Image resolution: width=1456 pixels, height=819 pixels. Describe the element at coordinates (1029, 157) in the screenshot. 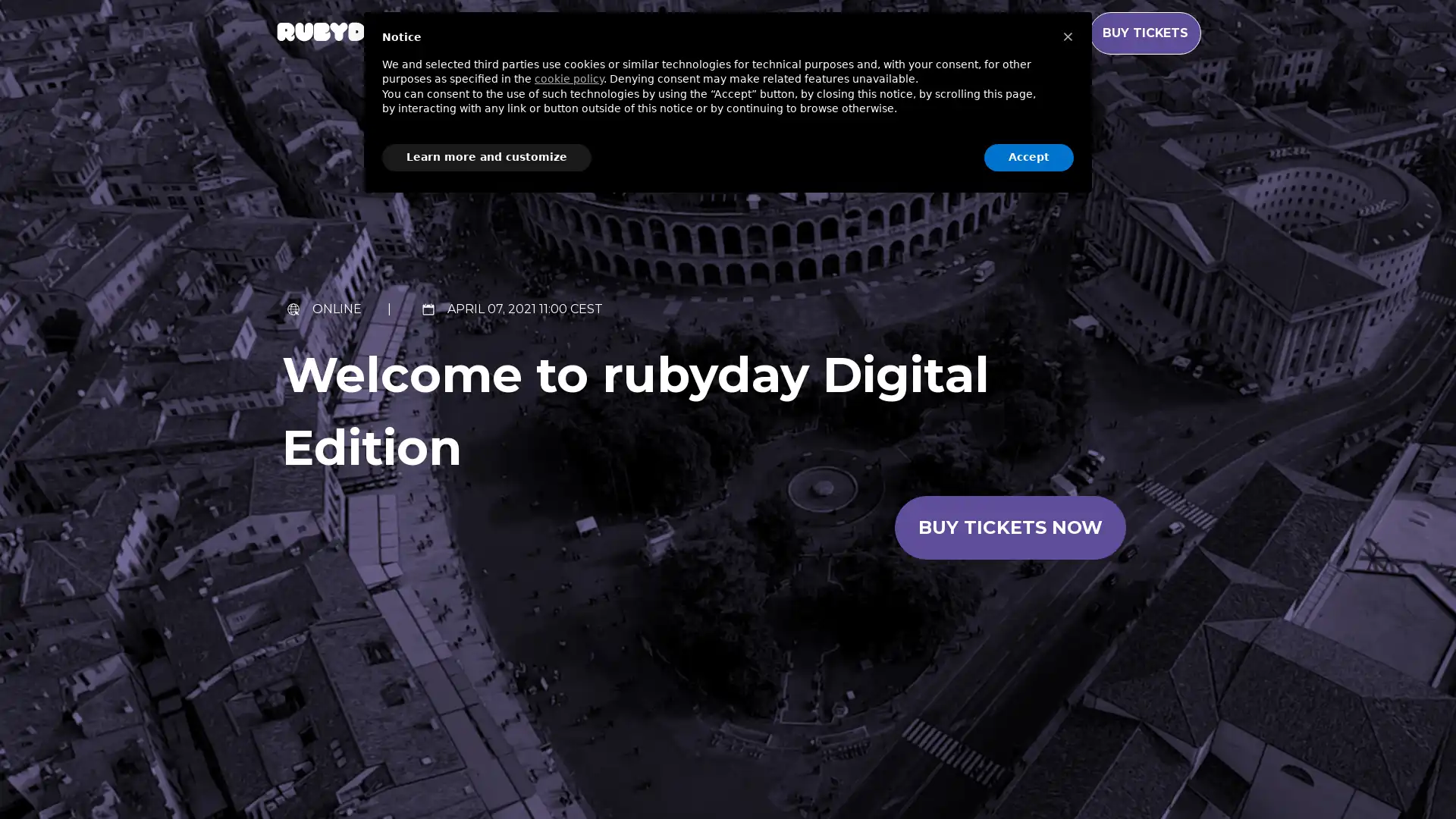

I see `Accept` at that location.